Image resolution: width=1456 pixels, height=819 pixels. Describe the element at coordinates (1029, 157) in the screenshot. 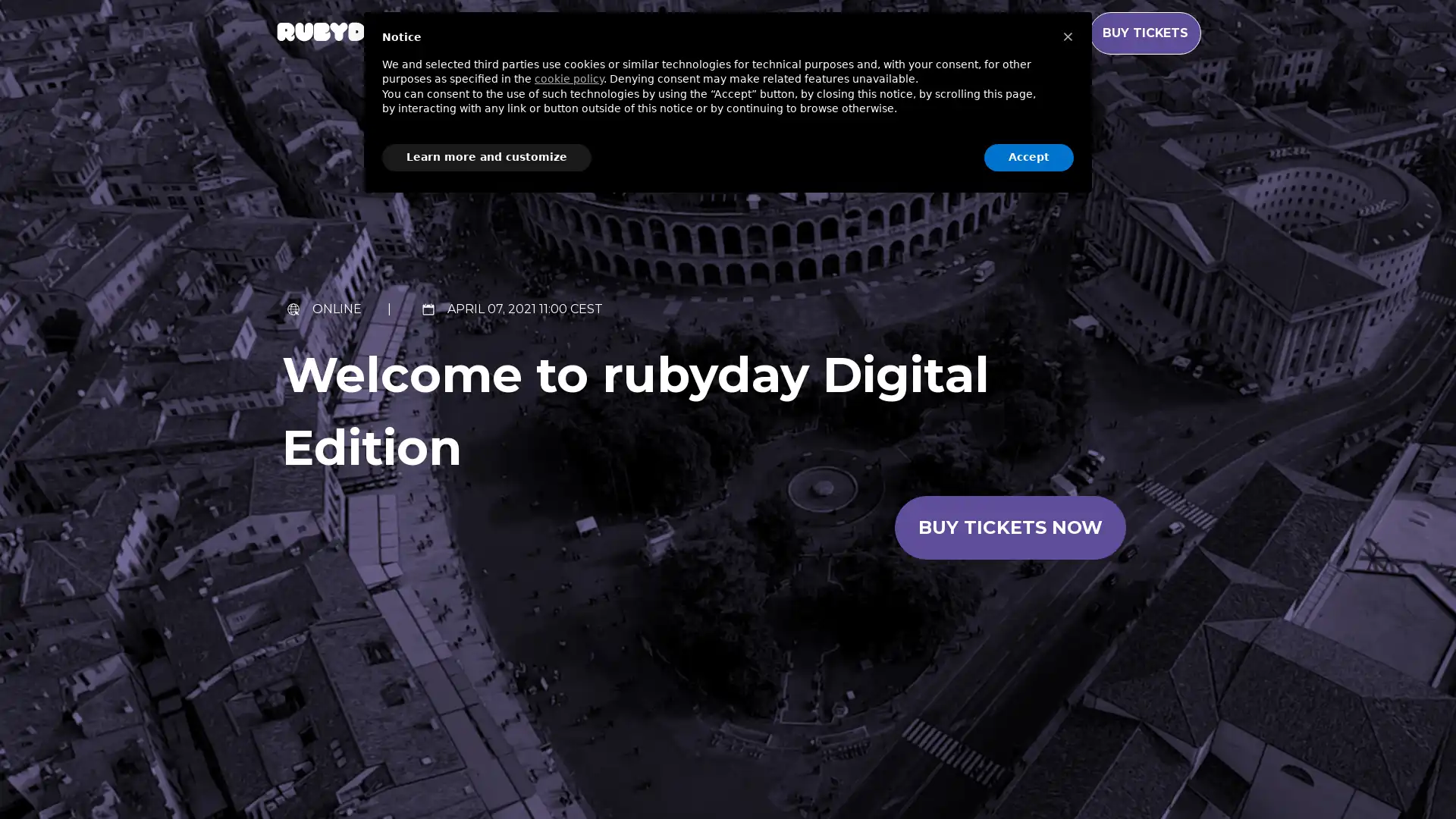

I see `Accept` at that location.